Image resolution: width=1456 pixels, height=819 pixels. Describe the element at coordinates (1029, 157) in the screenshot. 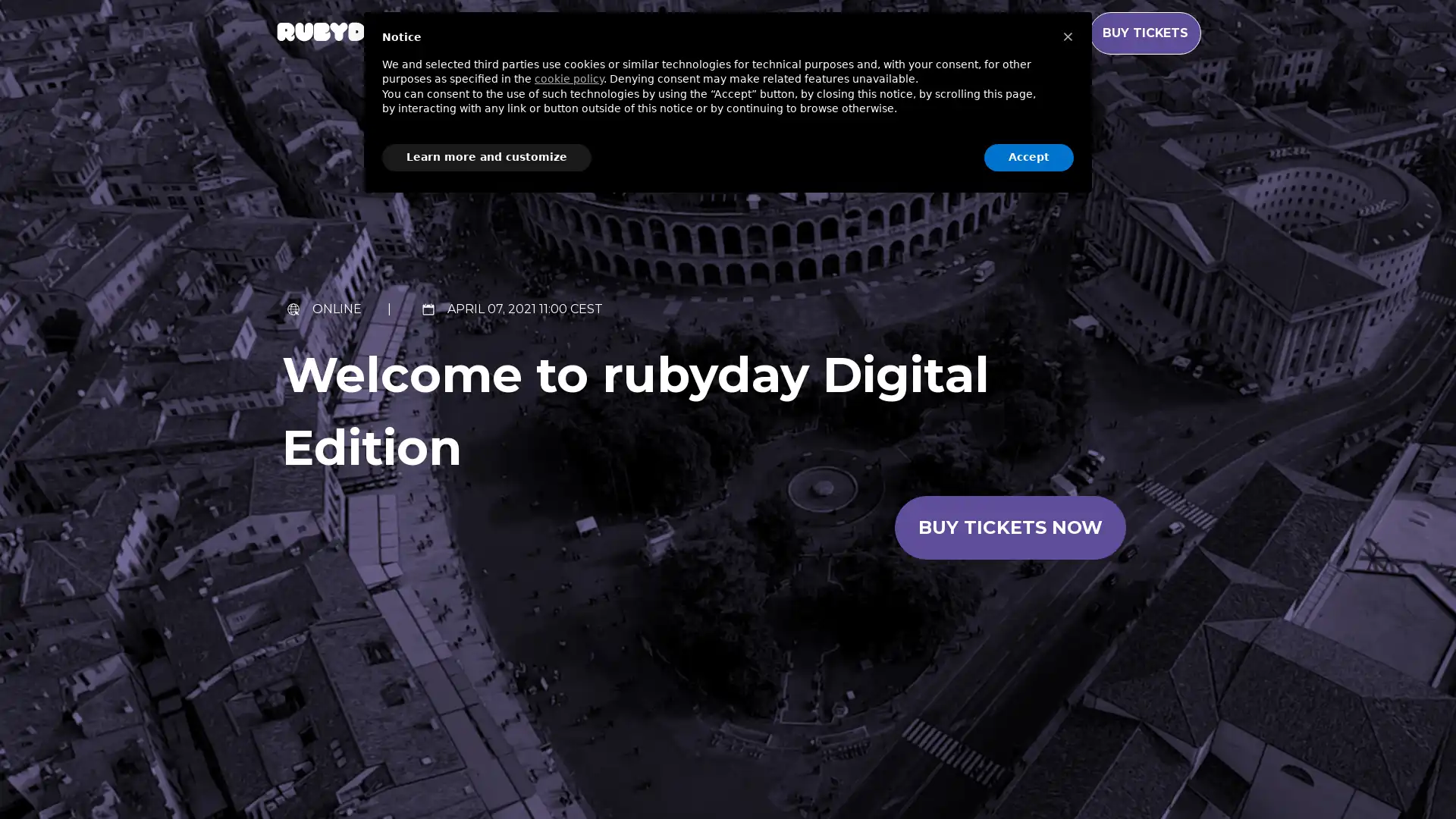

I see `Accept` at that location.